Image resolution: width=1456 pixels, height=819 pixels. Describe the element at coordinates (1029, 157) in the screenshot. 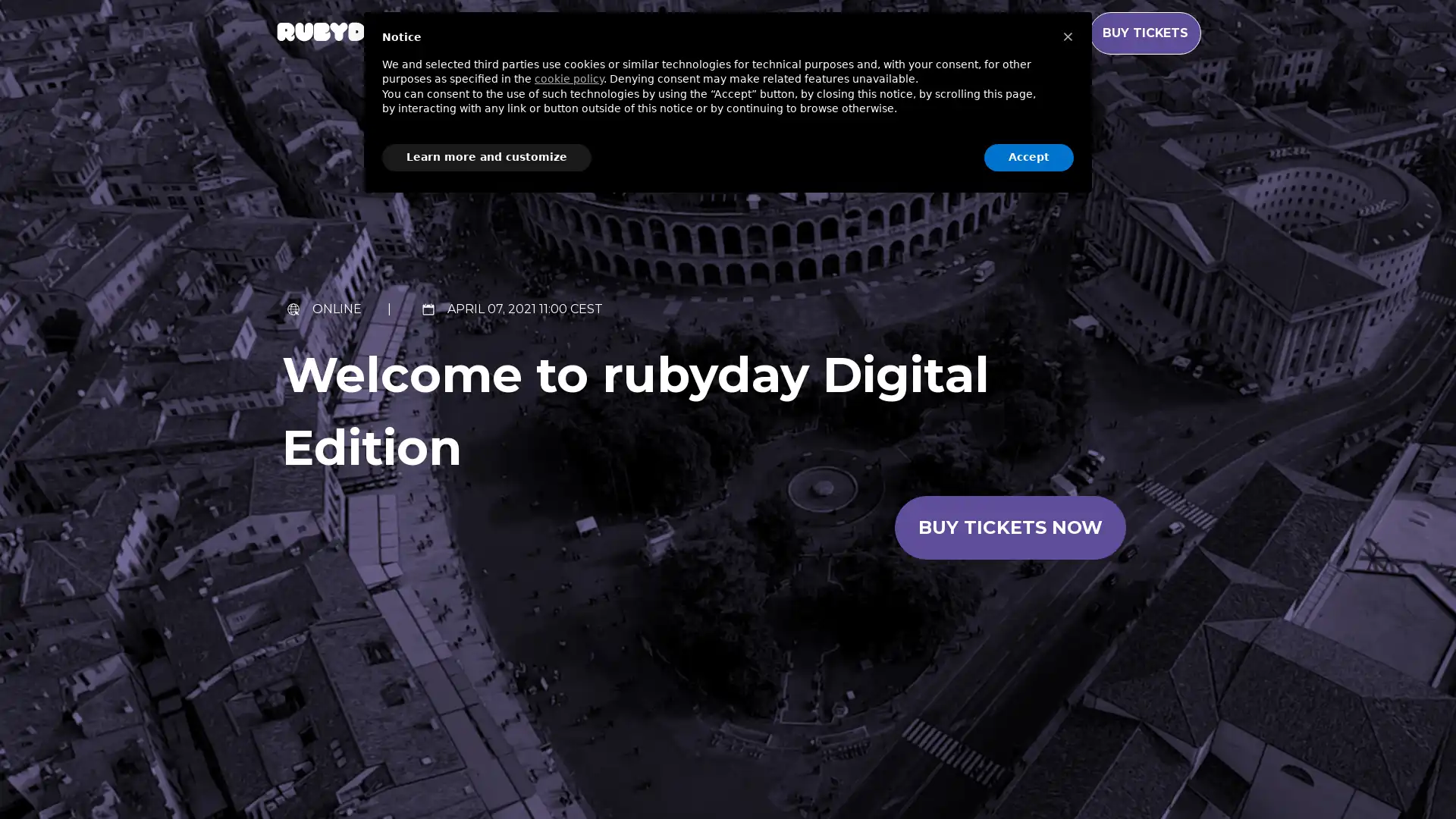

I see `Accept` at that location.